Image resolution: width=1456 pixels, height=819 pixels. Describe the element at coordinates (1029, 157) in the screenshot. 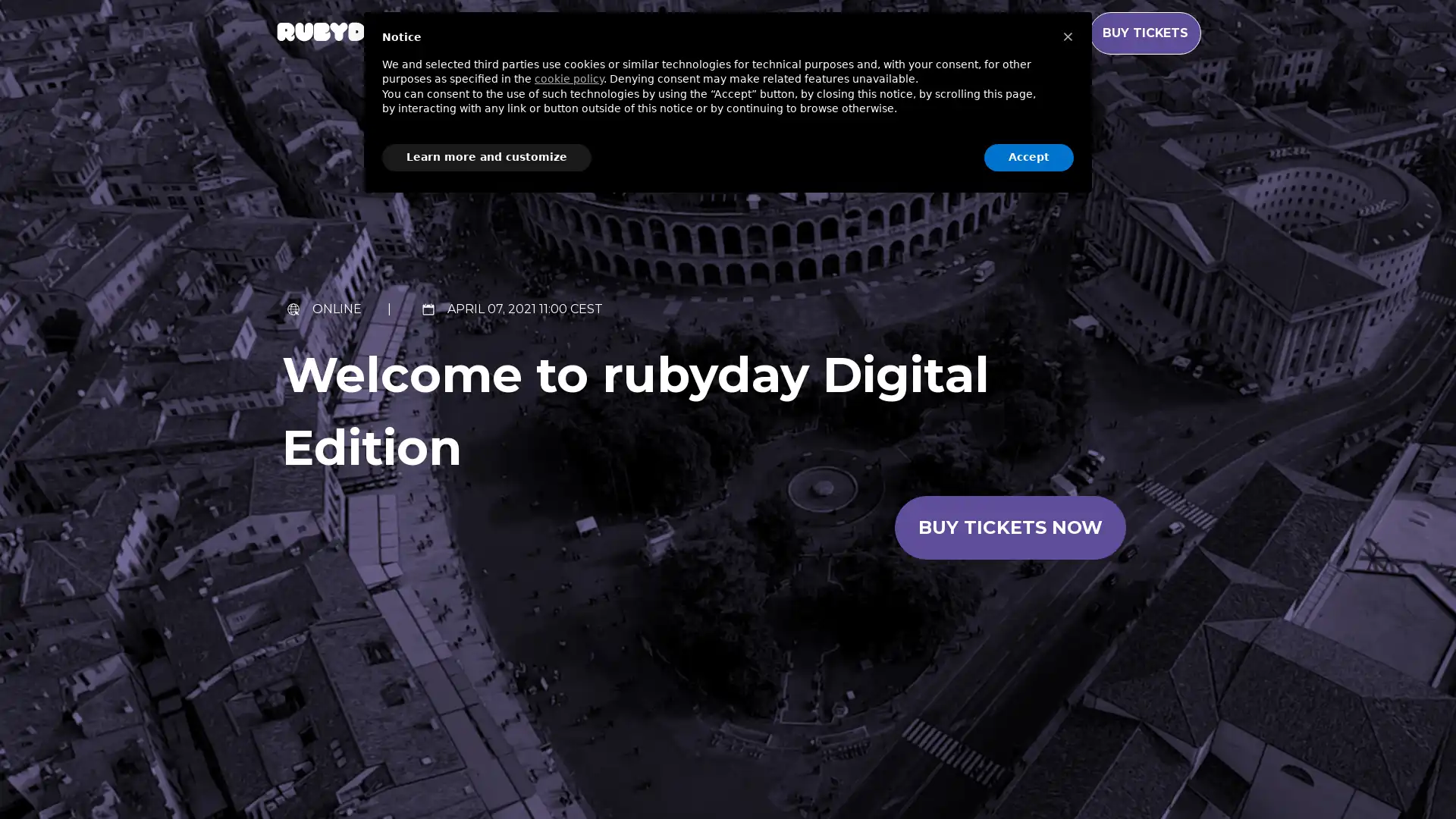

I see `Accept` at that location.